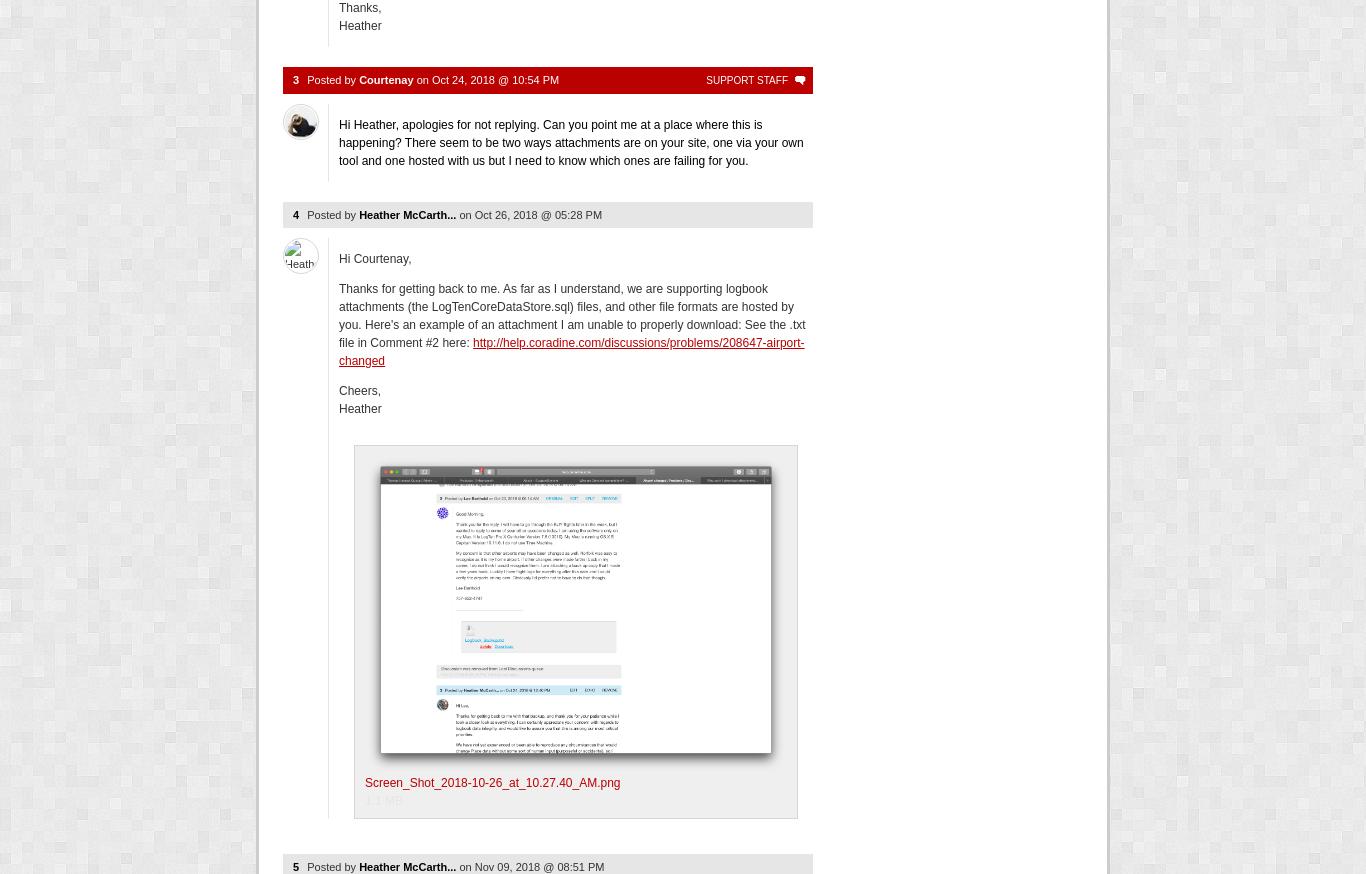  What do you see at coordinates (296, 79) in the screenshot?
I see `'3'` at bounding box center [296, 79].